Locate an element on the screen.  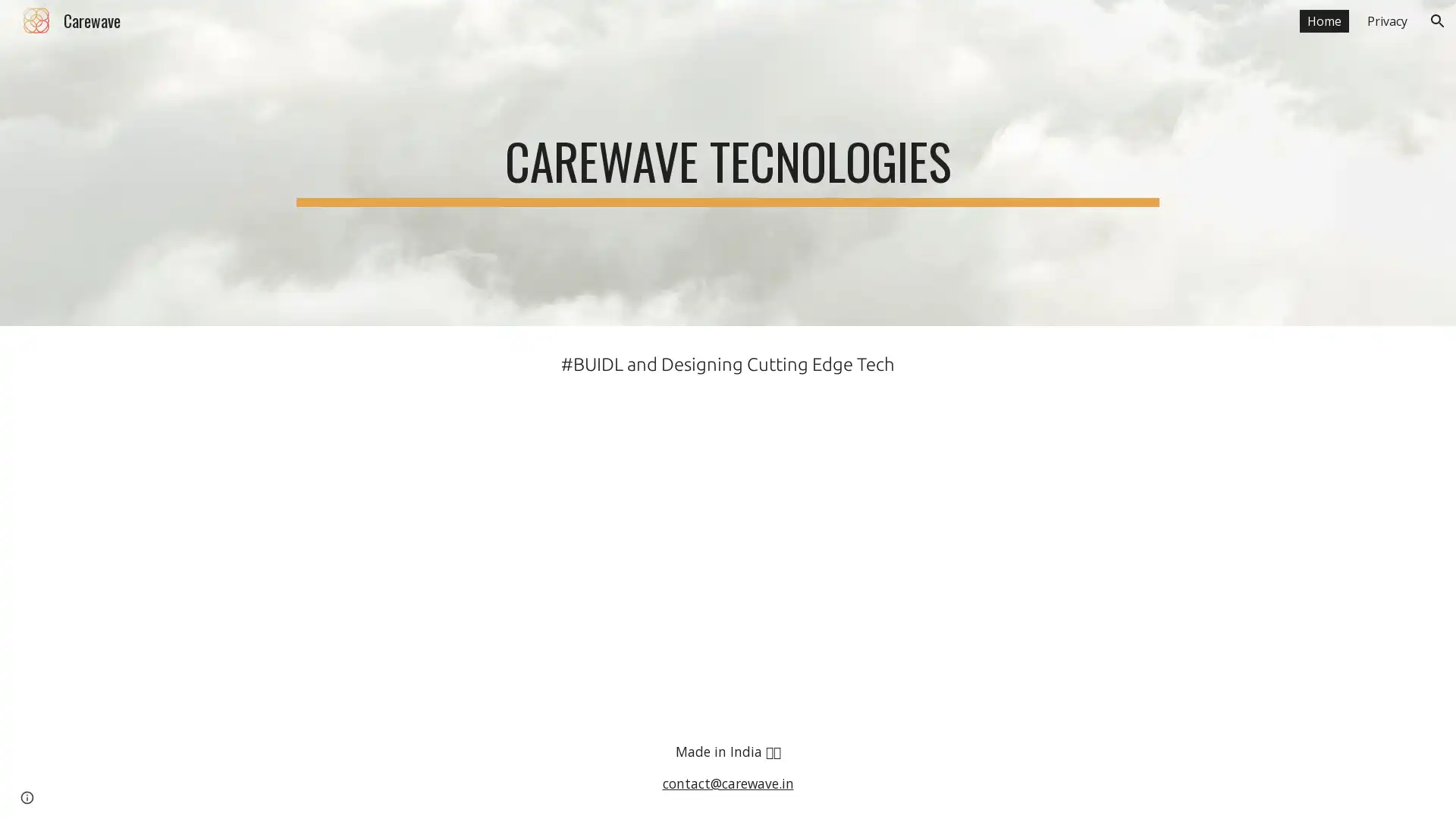
Skip to navigation is located at coordinates (864, 28).